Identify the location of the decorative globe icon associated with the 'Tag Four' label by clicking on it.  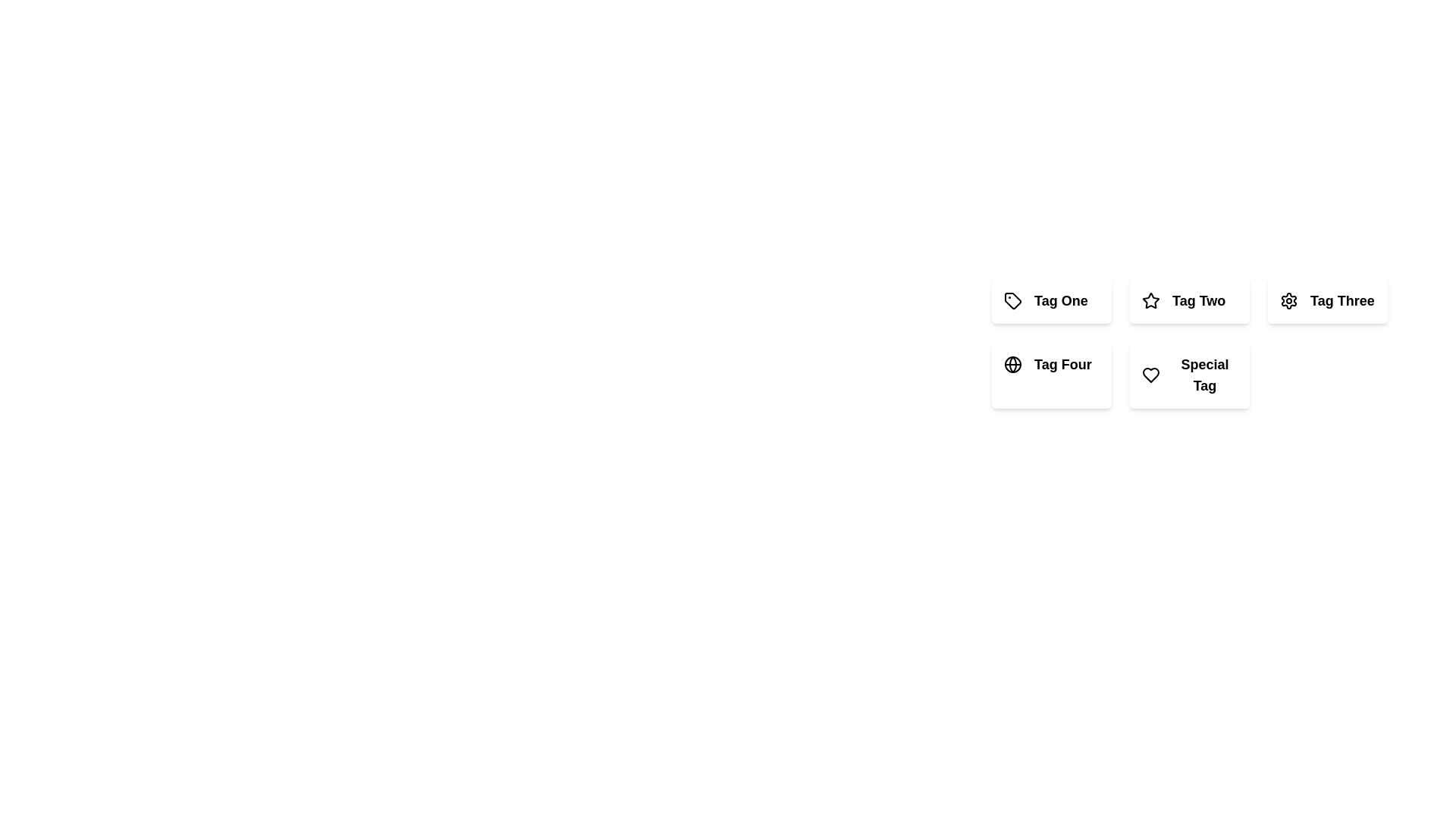
(1012, 365).